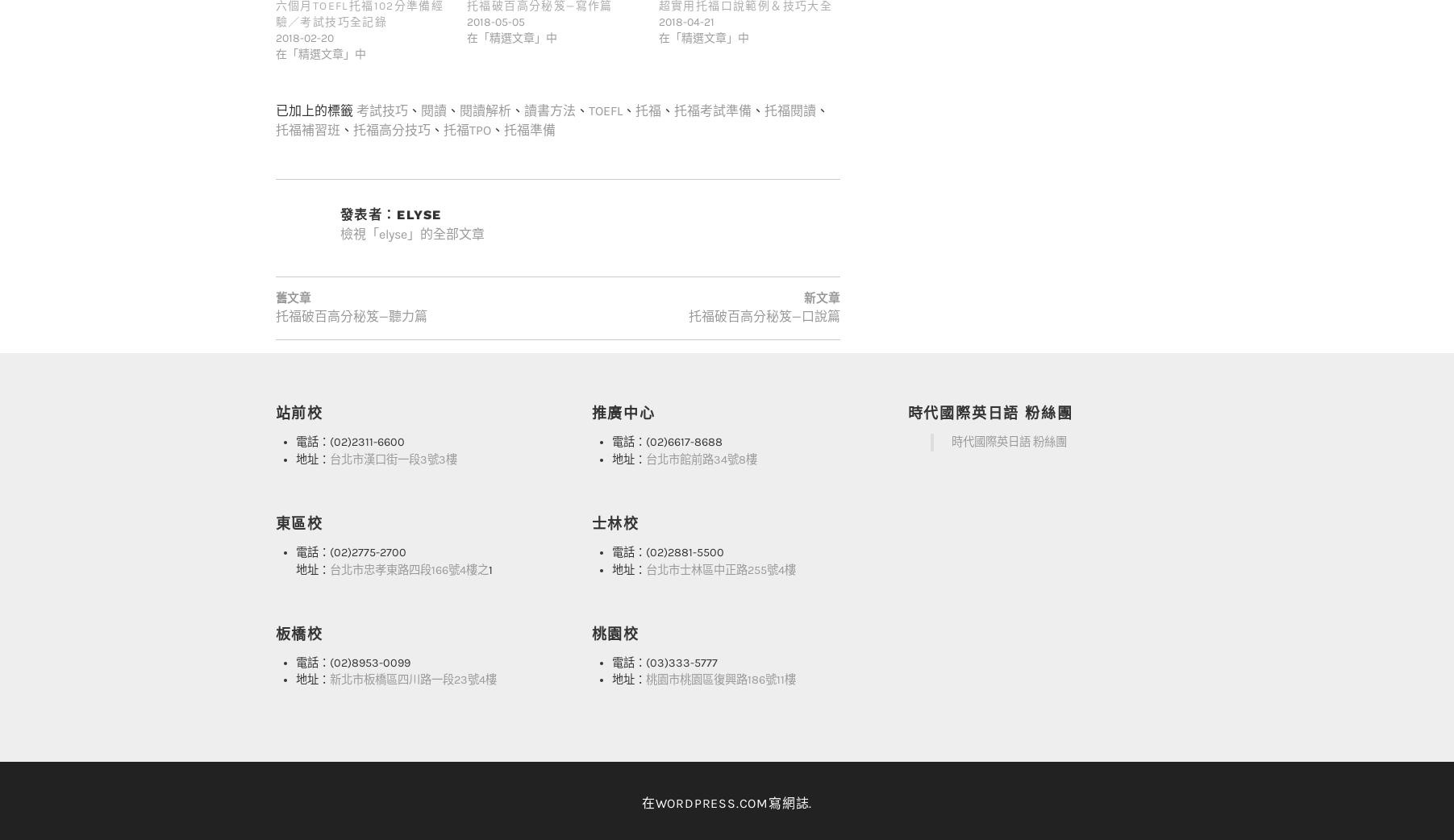 The width and height of the screenshot is (1454, 840). Describe the element at coordinates (665, 410) in the screenshot. I see `'電話：(02)6617-8688'` at that location.